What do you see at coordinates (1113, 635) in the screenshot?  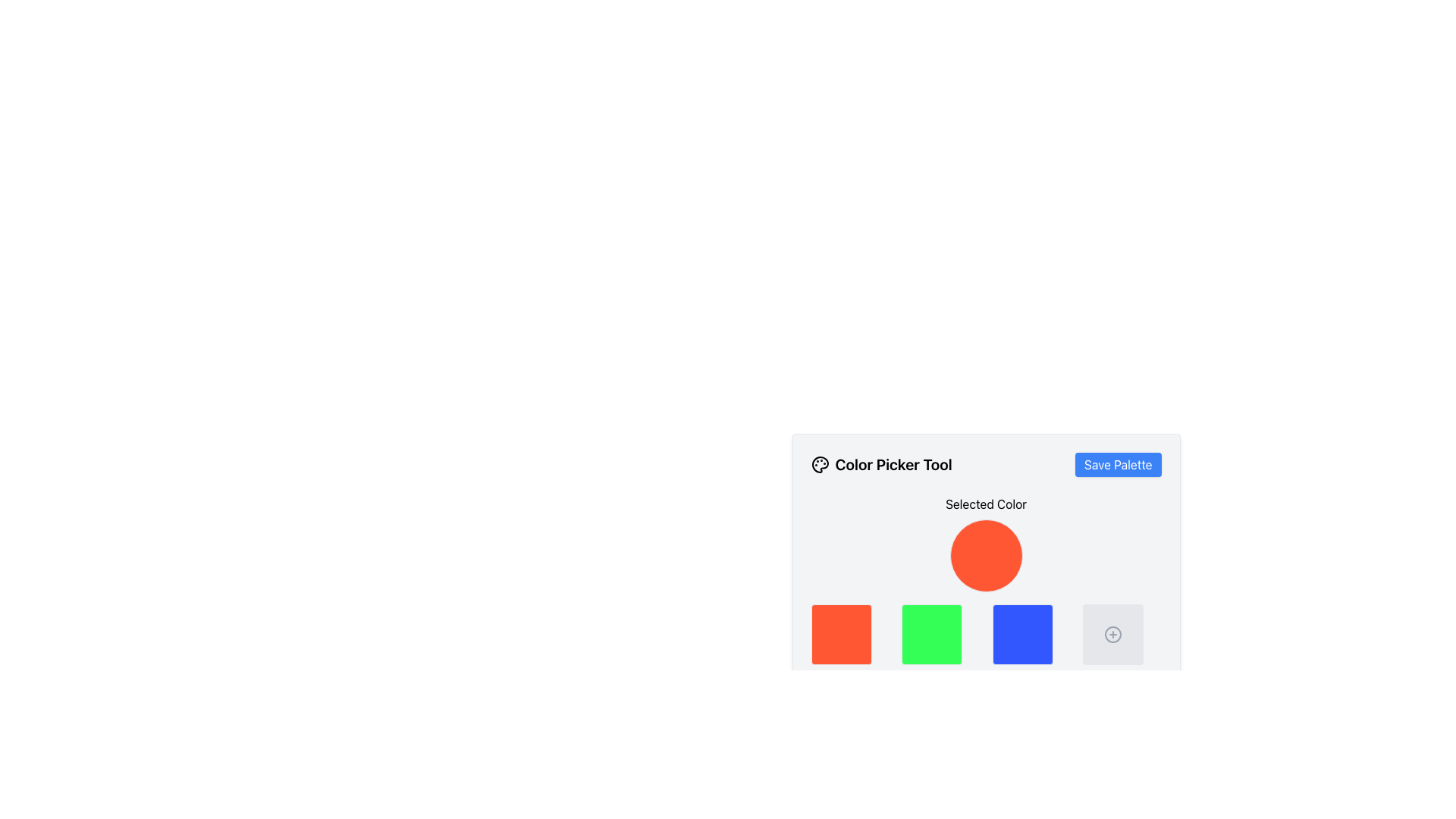 I see `the gray circular button located in the bottom-right corner of the color-picker interface` at bounding box center [1113, 635].